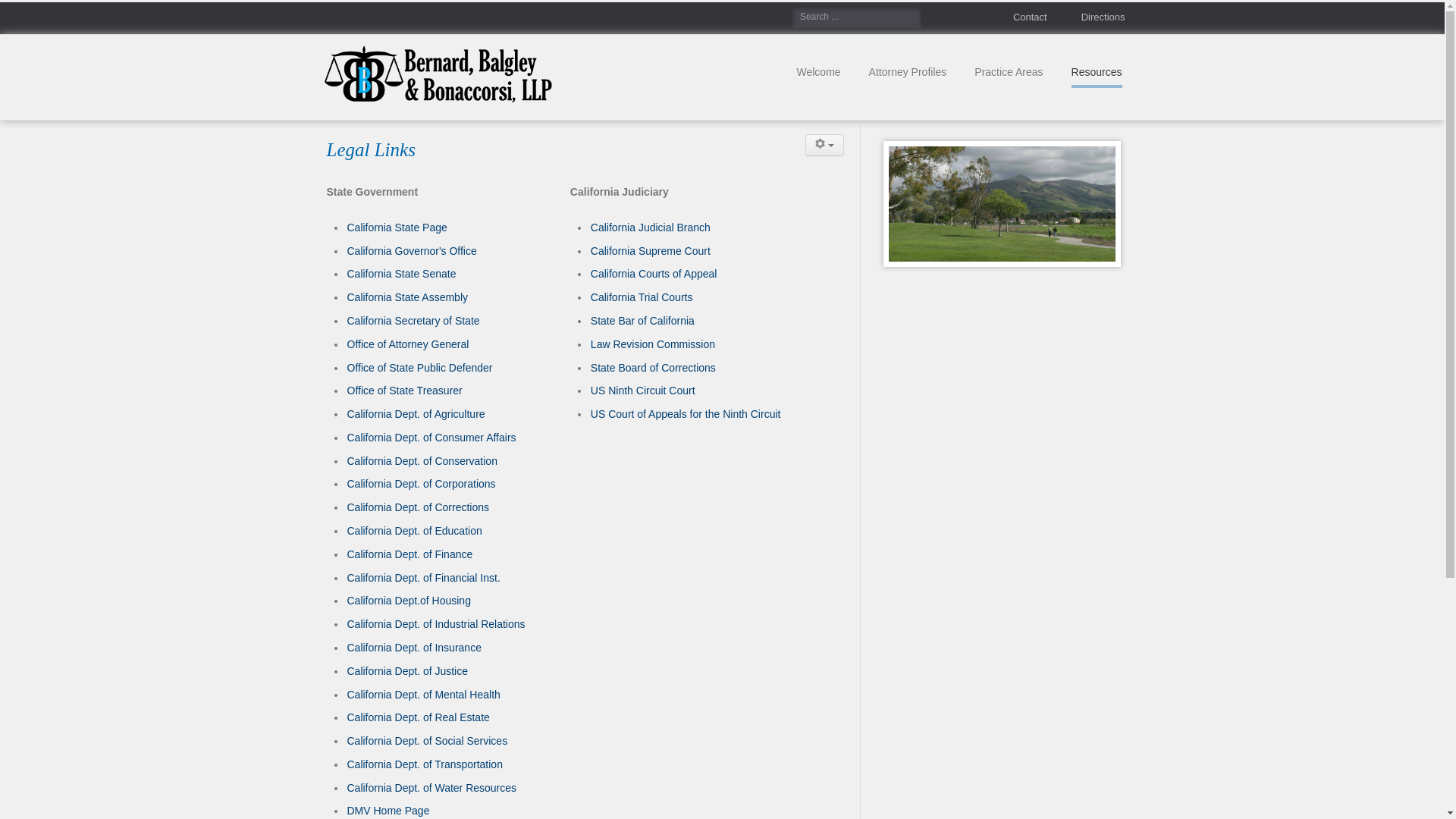  I want to click on 'California Courts of Appeal', so click(589, 274).